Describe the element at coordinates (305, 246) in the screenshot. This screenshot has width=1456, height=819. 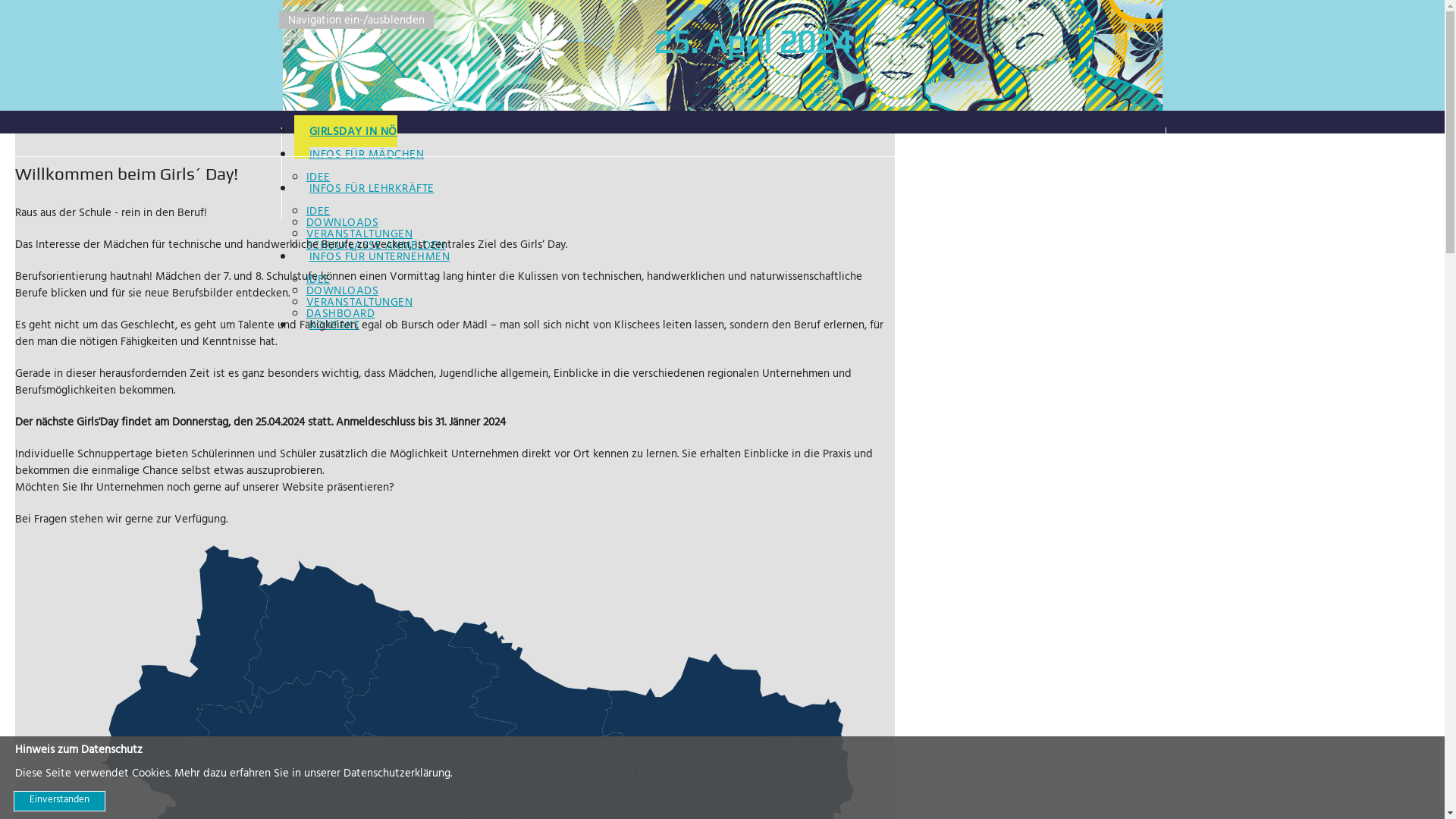
I see `'SCHULKLASSE ANMELDEN'` at that location.